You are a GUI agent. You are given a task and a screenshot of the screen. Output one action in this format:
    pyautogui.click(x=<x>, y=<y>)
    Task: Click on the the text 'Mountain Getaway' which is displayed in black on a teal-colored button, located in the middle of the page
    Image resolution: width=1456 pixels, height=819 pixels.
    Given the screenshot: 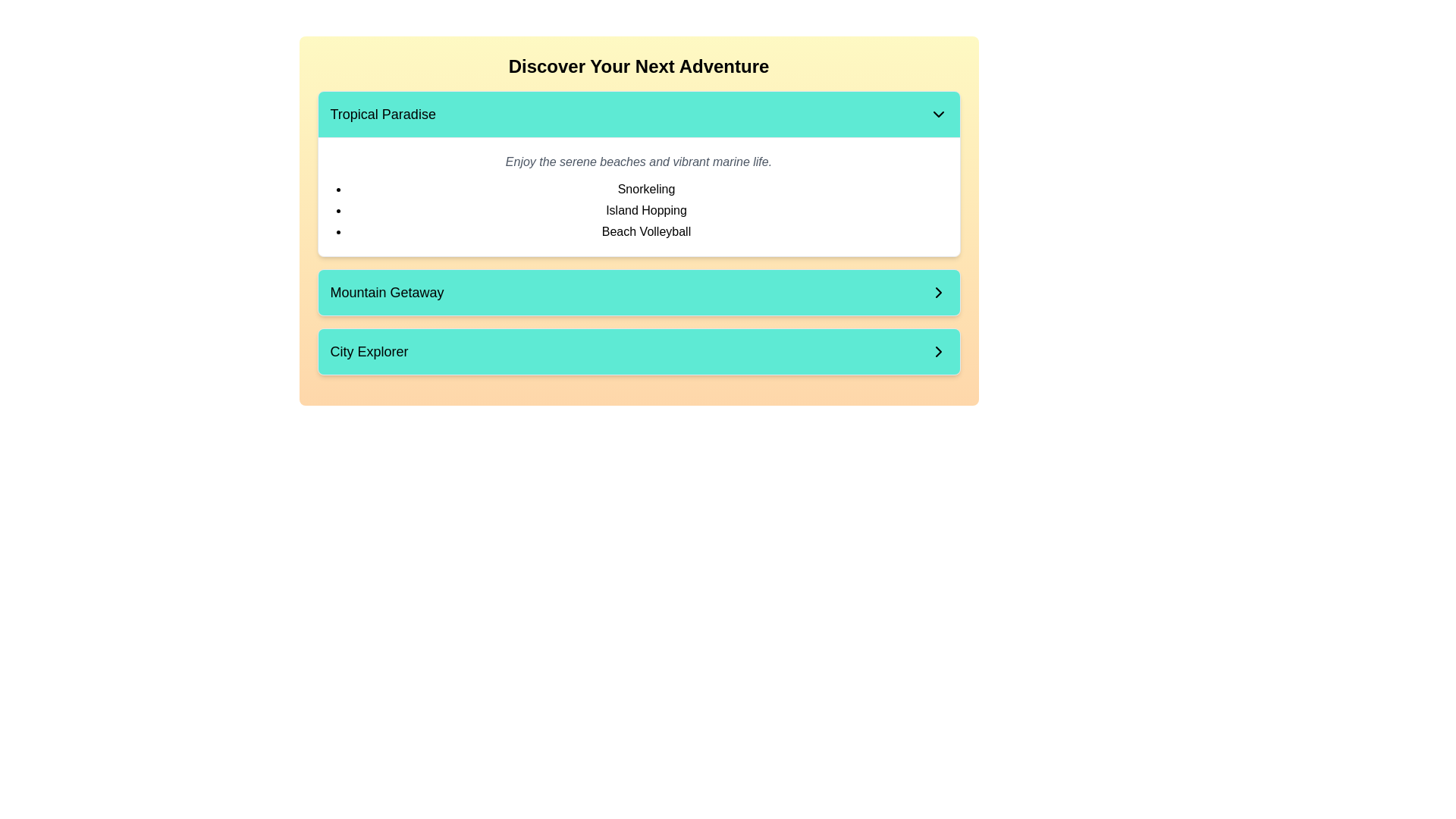 What is the action you would take?
    pyautogui.click(x=387, y=292)
    